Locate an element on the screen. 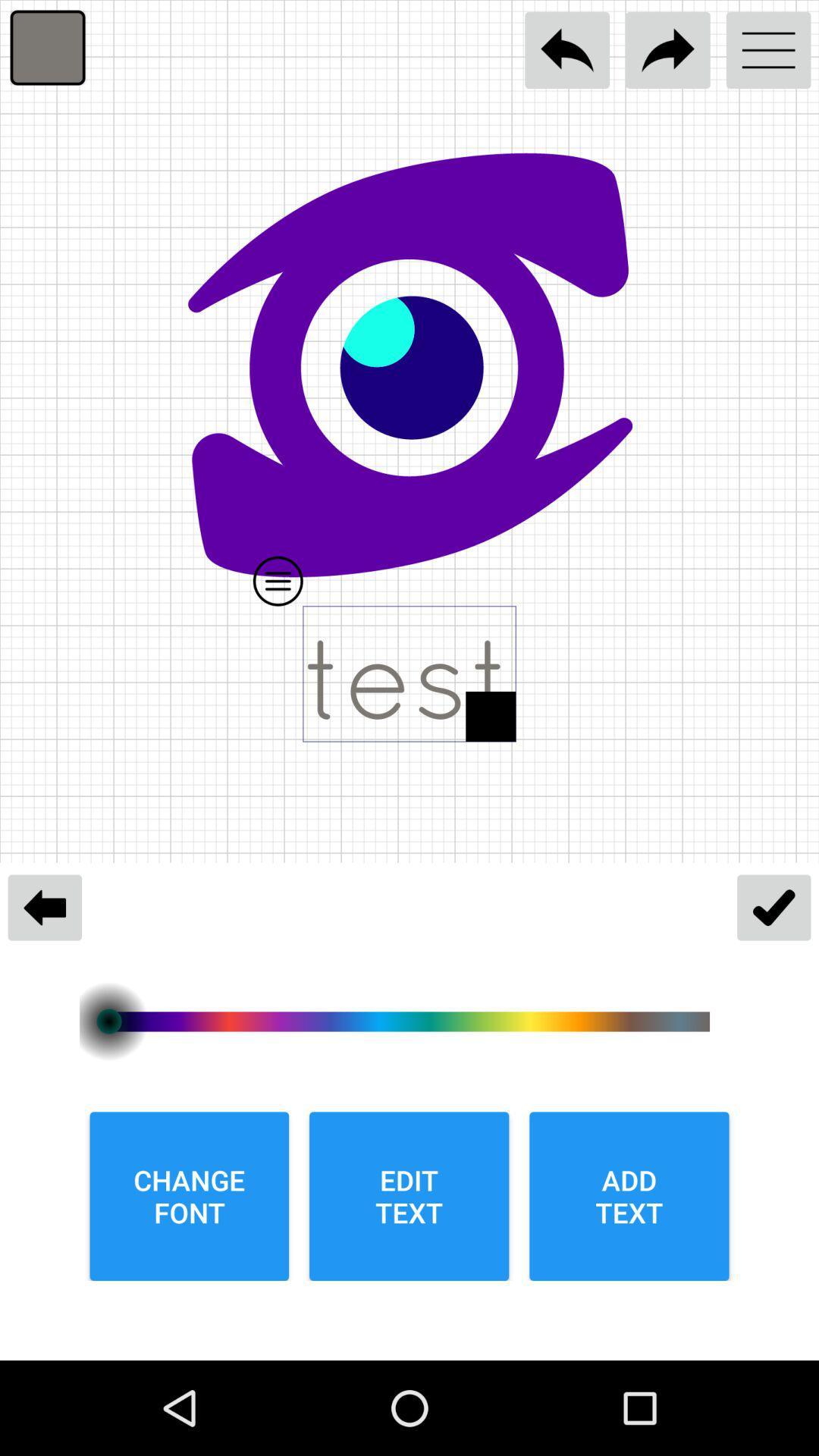 This screenshot has height=1456, width=819. the menu icon is located at coordinates (768, 50).